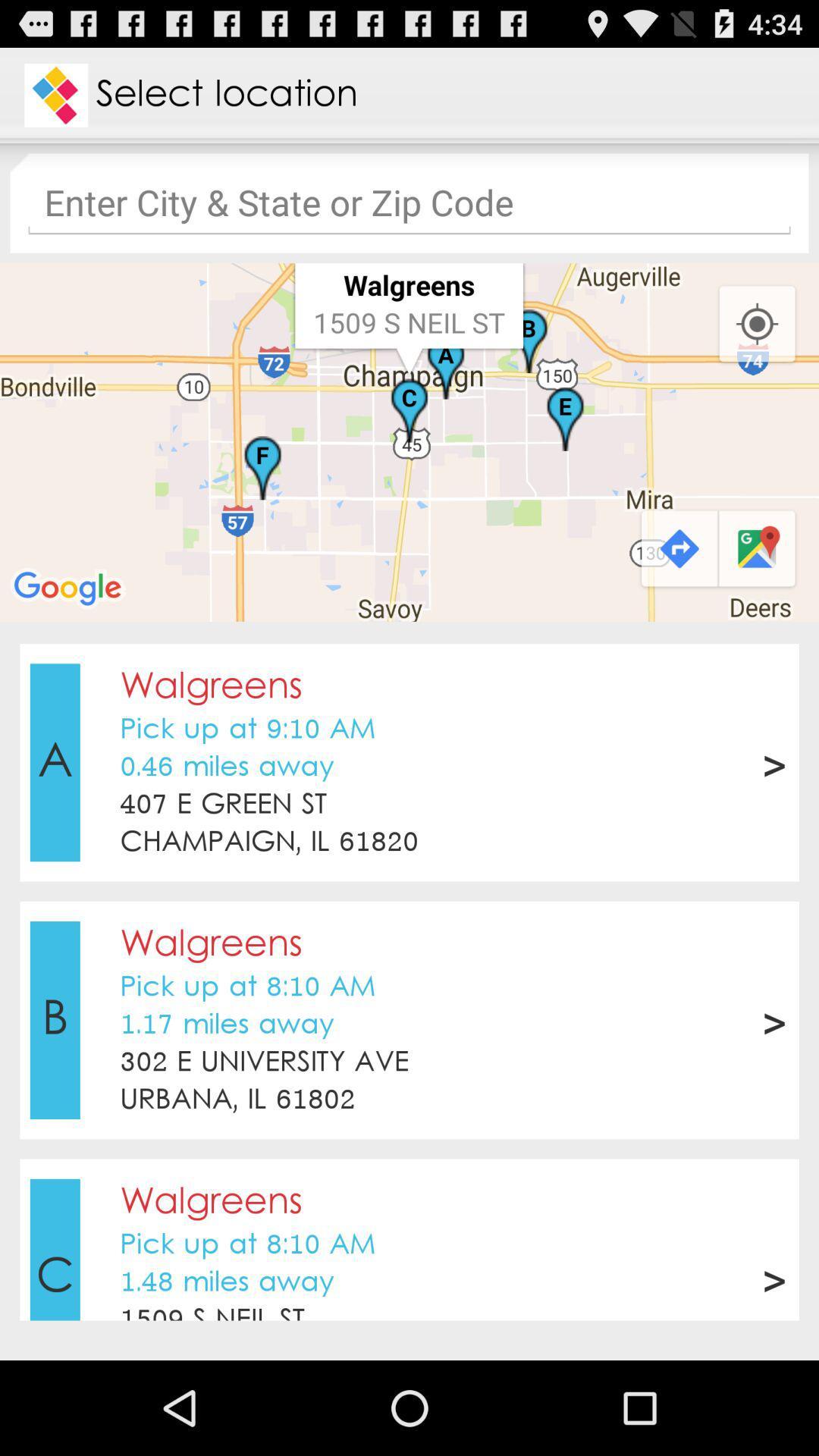 This screenshot has width=819, height=1456. What do you see at coordinates (54, 1020) in the screenshot?
I see `b` at bounding box center [54, 1020].